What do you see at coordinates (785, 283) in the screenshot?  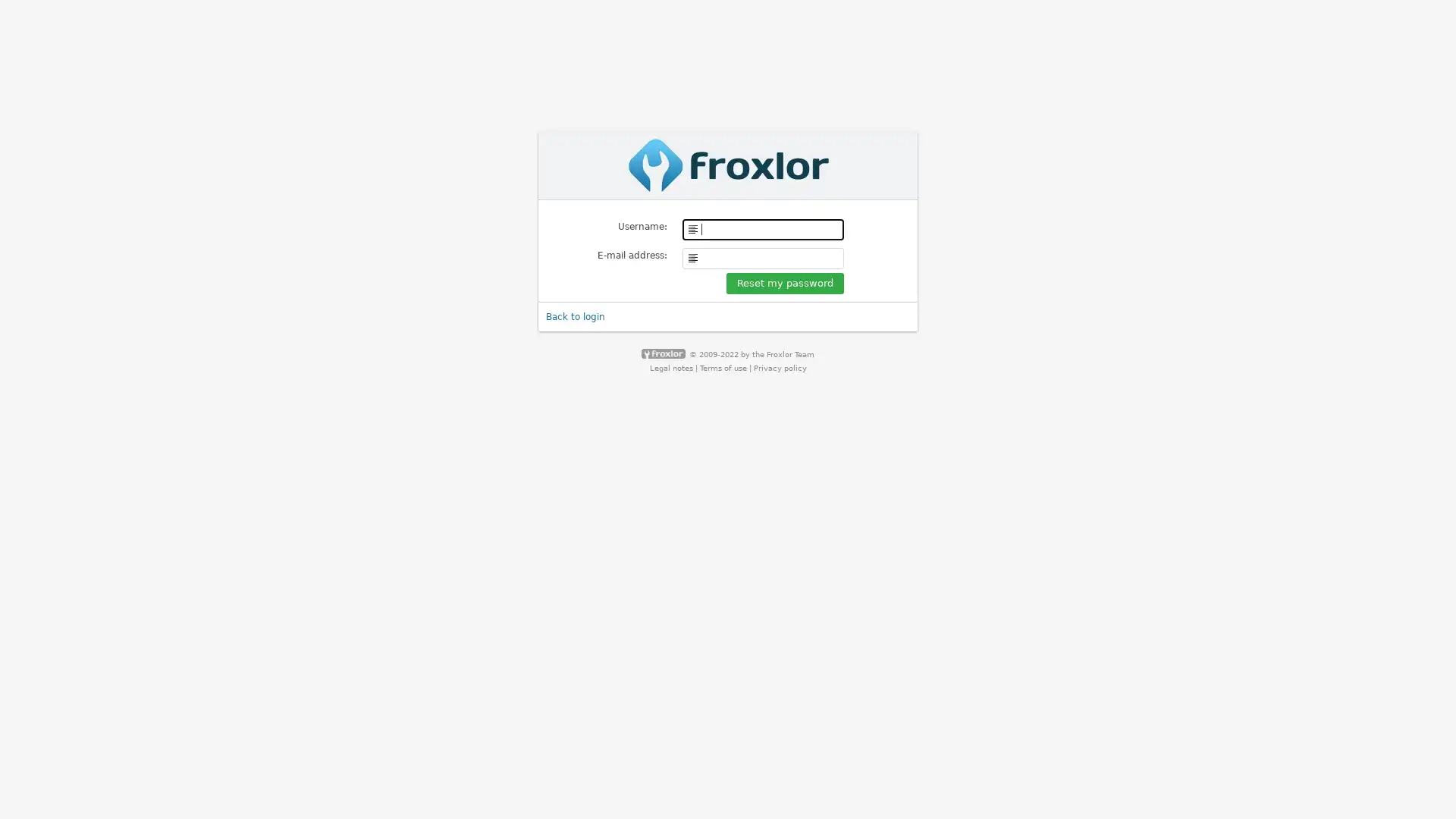 I see `Reset my password` at bounding box center [785, 283].